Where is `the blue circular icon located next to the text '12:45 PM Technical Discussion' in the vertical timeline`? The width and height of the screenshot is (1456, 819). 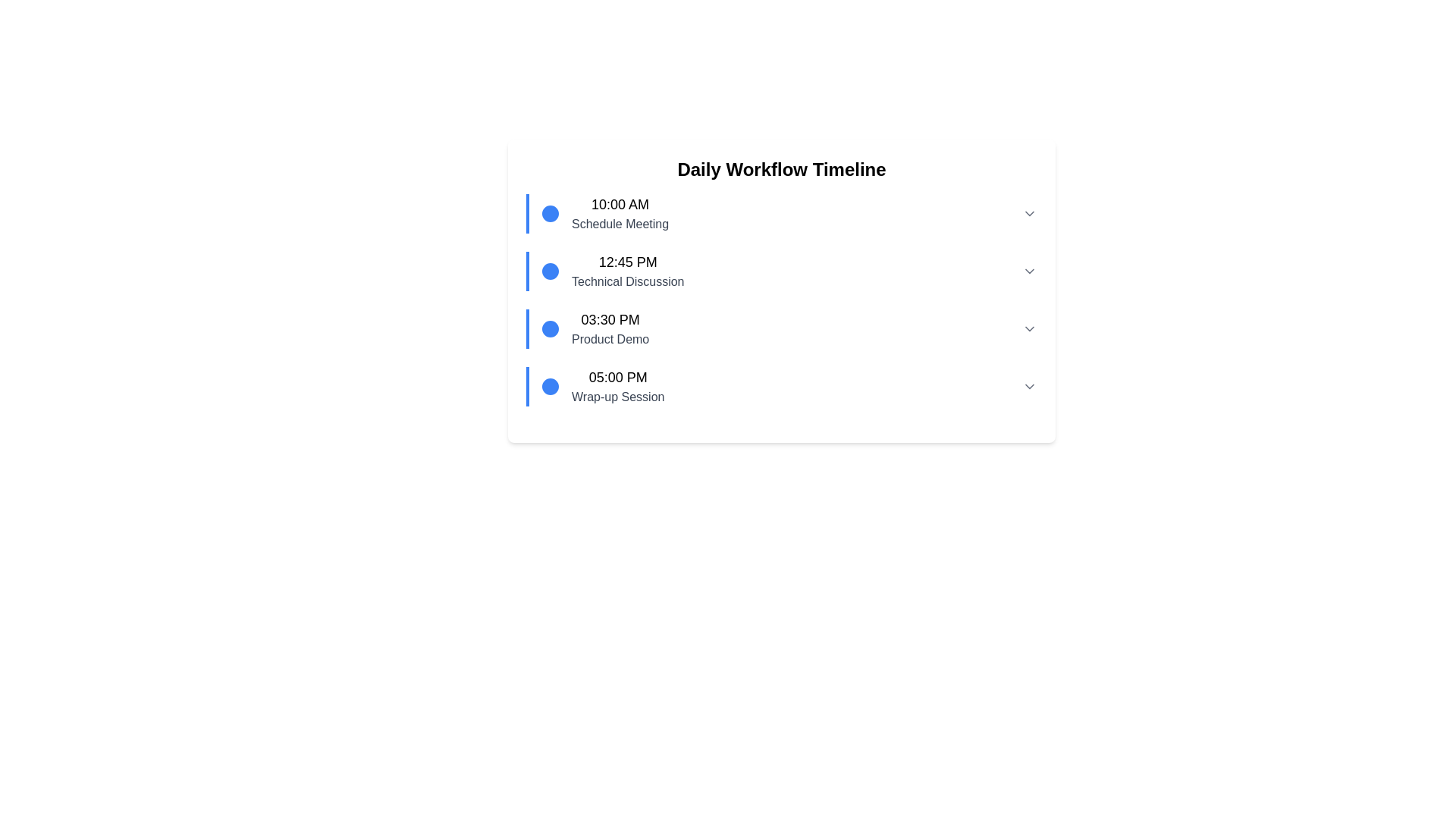 the blue circular icon located next to the text '12:45 PM Technical Discussion' in the vertical timeline is located at coordinates (549, 271).